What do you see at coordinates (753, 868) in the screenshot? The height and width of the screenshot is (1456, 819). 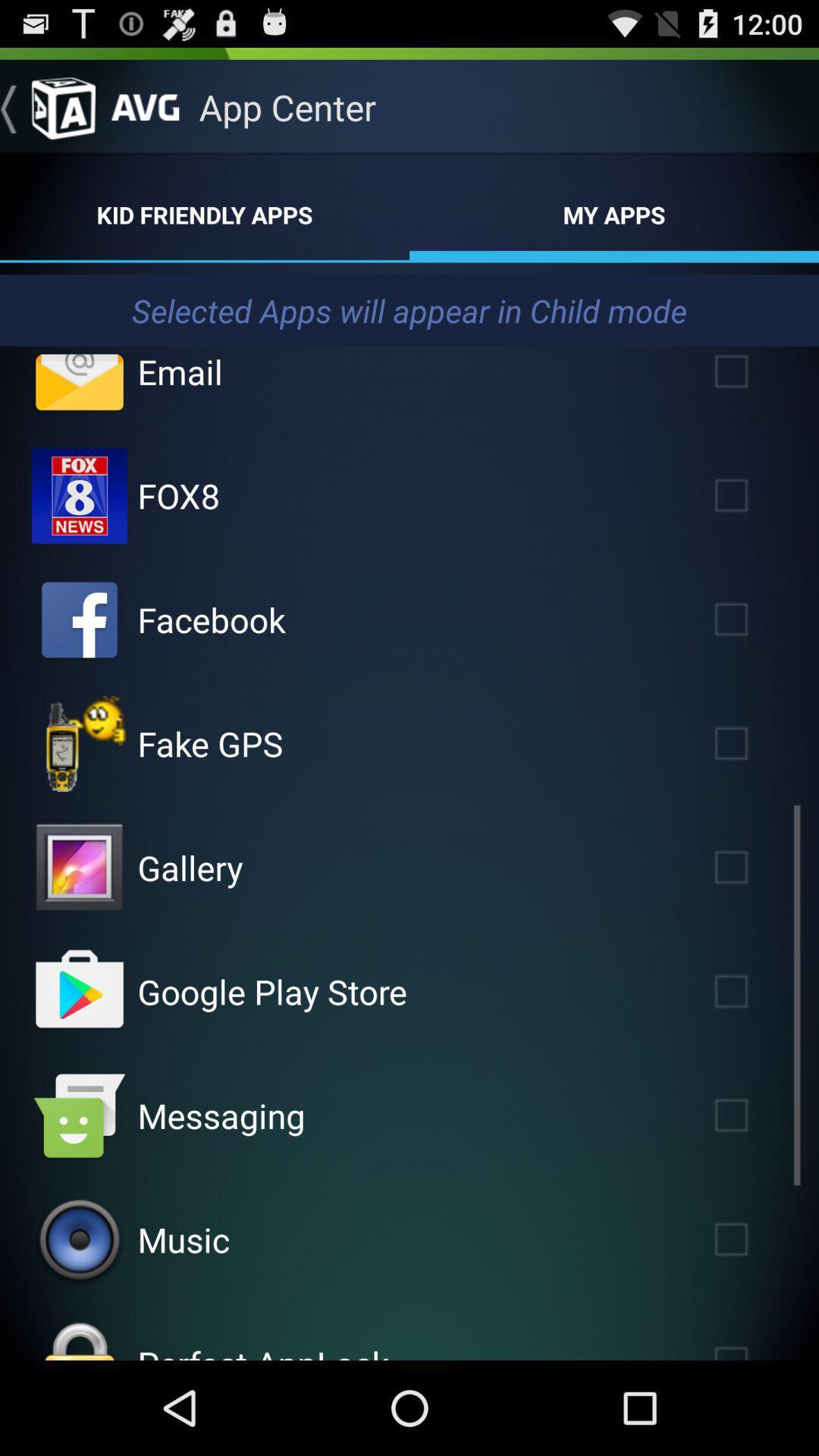 I see `the gallery` at bounding box center [753, 868].